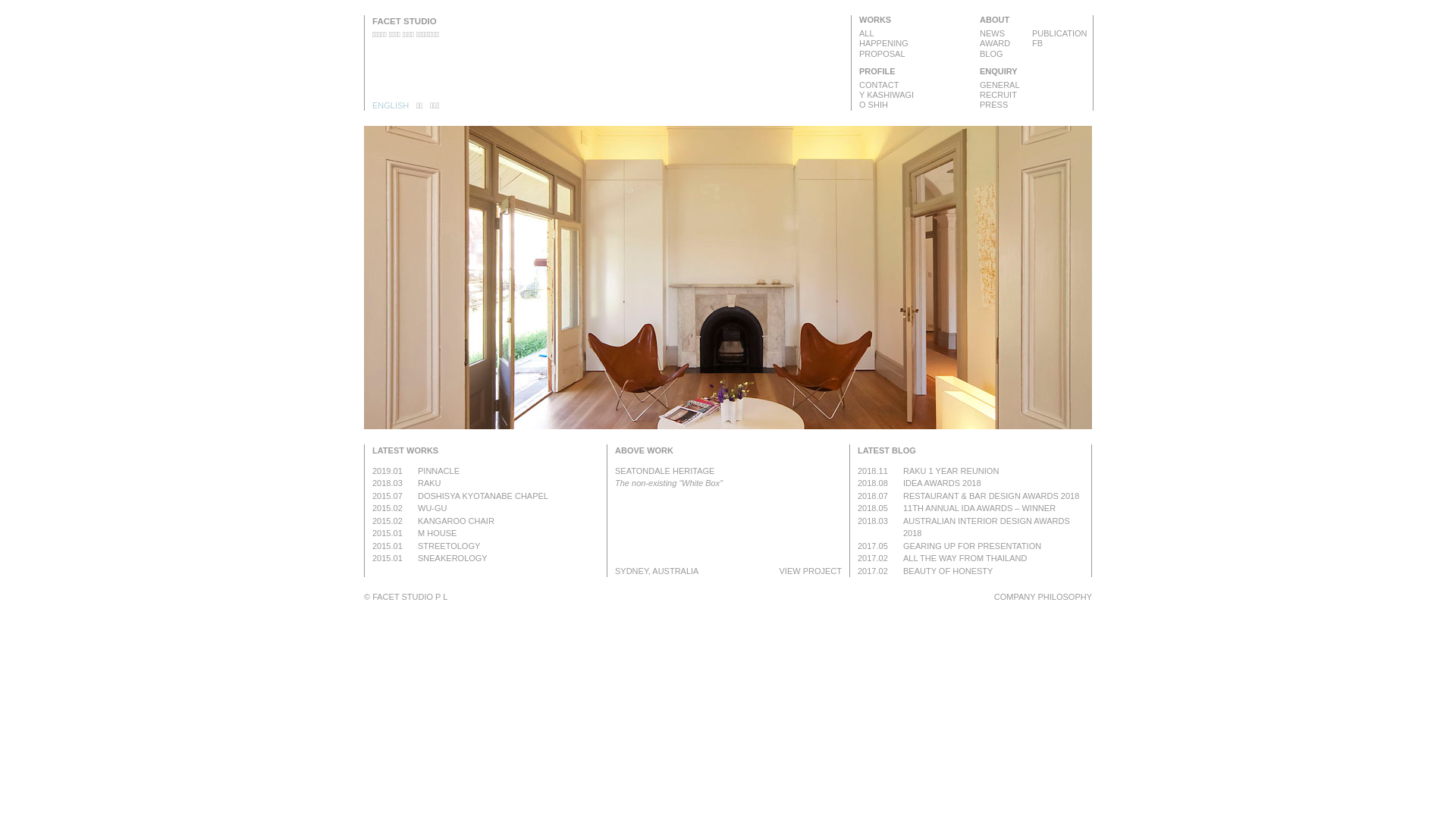 The image size is (1456, 819). Describe the element at coordinates (508, 519) in the screenshot. I see `'KANGAROO CHAIR'` at that location.